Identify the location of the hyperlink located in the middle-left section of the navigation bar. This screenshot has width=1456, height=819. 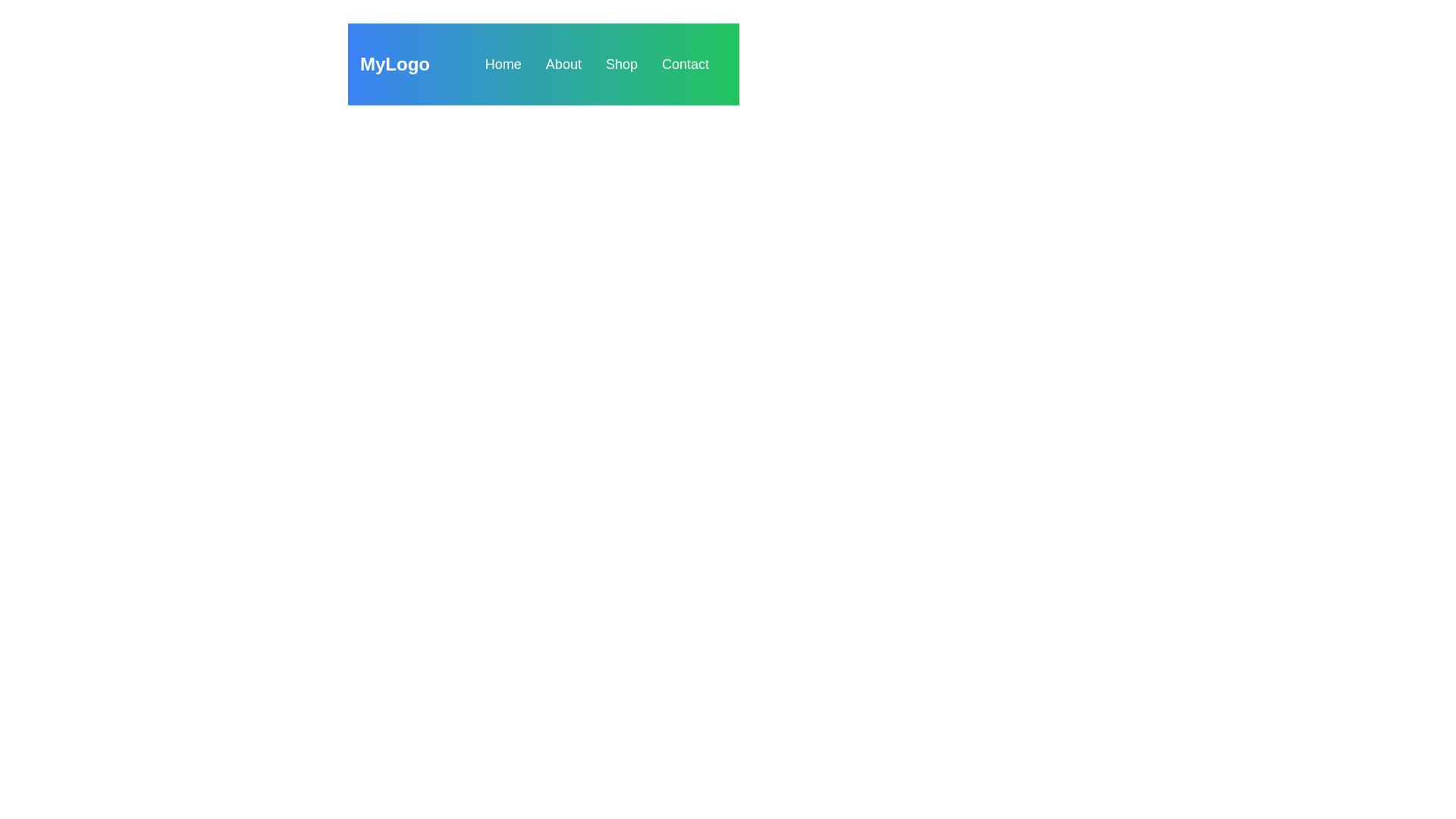
(503, 63).